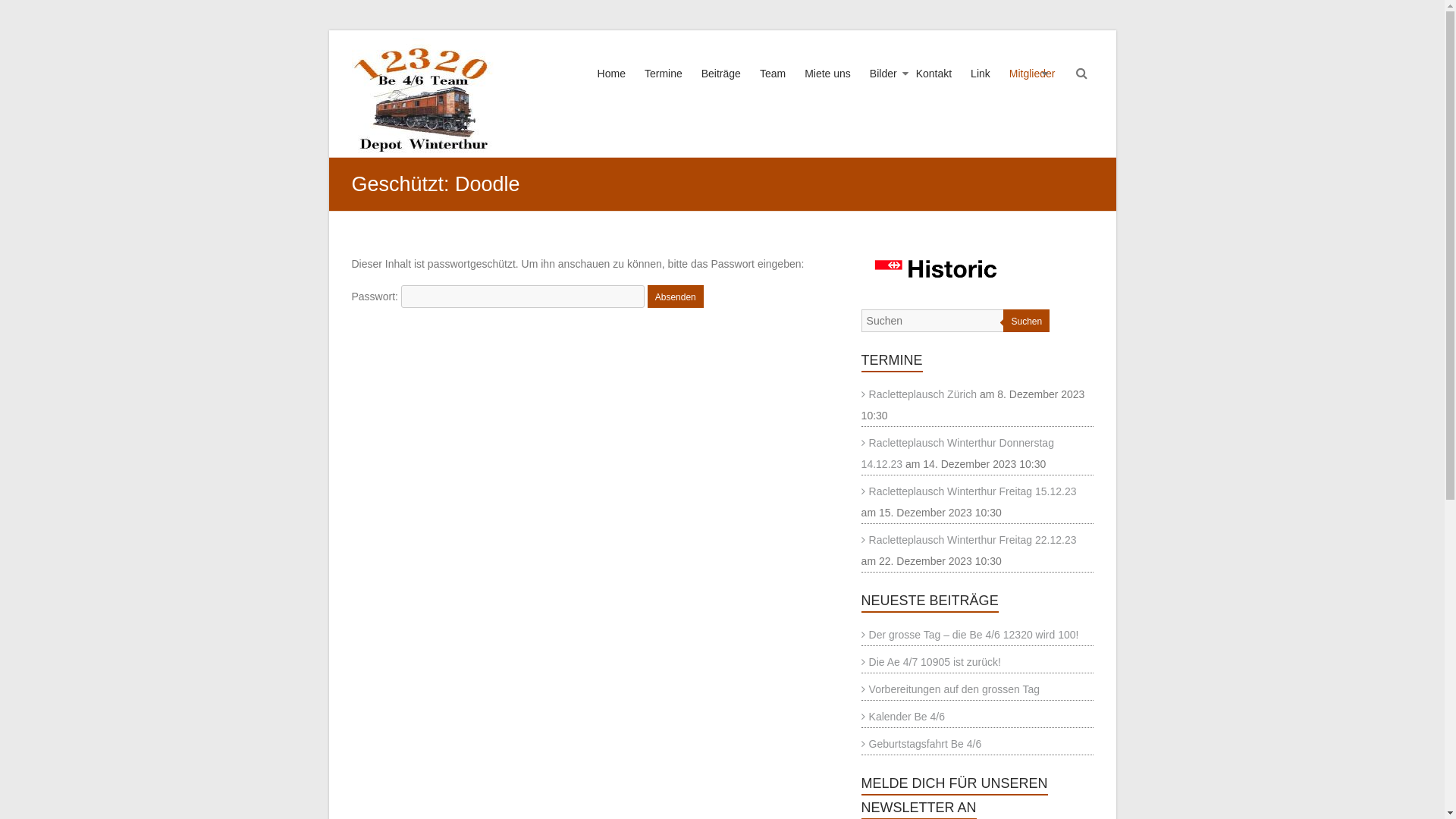 The height and width of the screenshot is (819, 1456). Describe the element at coordinates (902, 717) in the screenshot. I see `'Kalender Be 4/6'` at that location.